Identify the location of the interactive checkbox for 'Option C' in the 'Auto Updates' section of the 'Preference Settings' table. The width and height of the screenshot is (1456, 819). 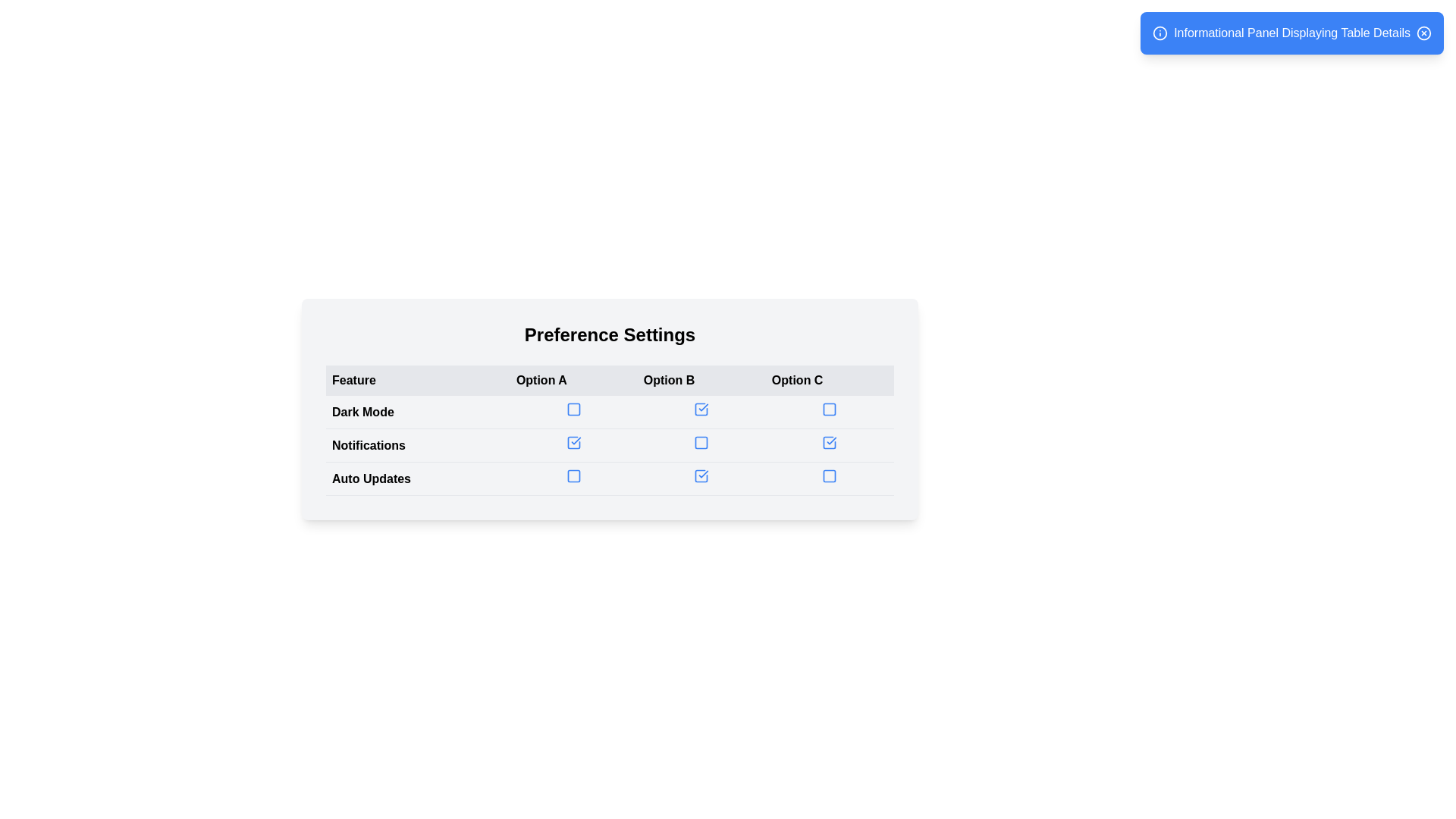
(701, 475).